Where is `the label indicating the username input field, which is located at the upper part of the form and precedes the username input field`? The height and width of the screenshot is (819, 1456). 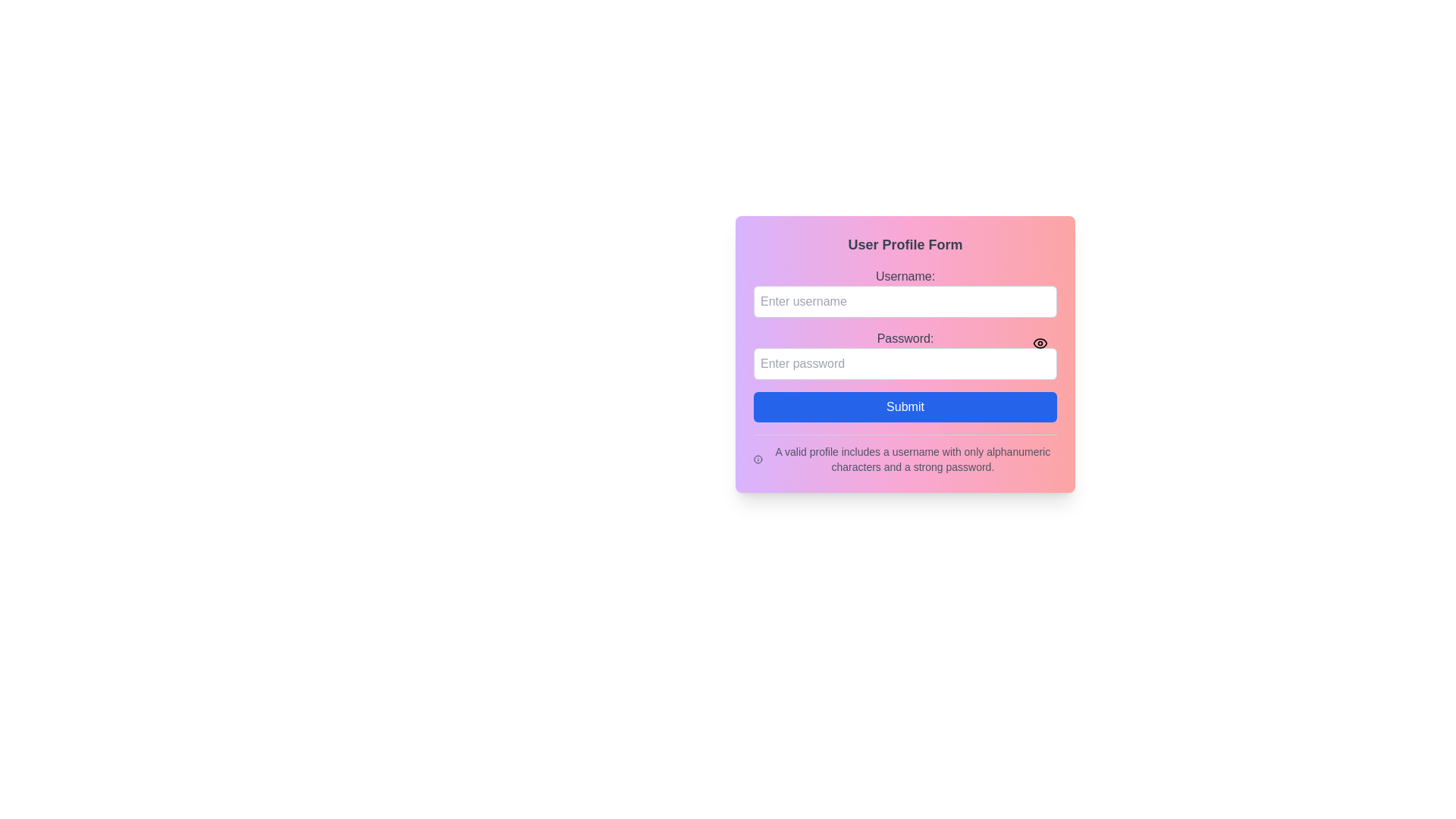 the label indicating the username input field, which is located at the upper part of the form and precedes the username input field is located at coordinates (905, 277).